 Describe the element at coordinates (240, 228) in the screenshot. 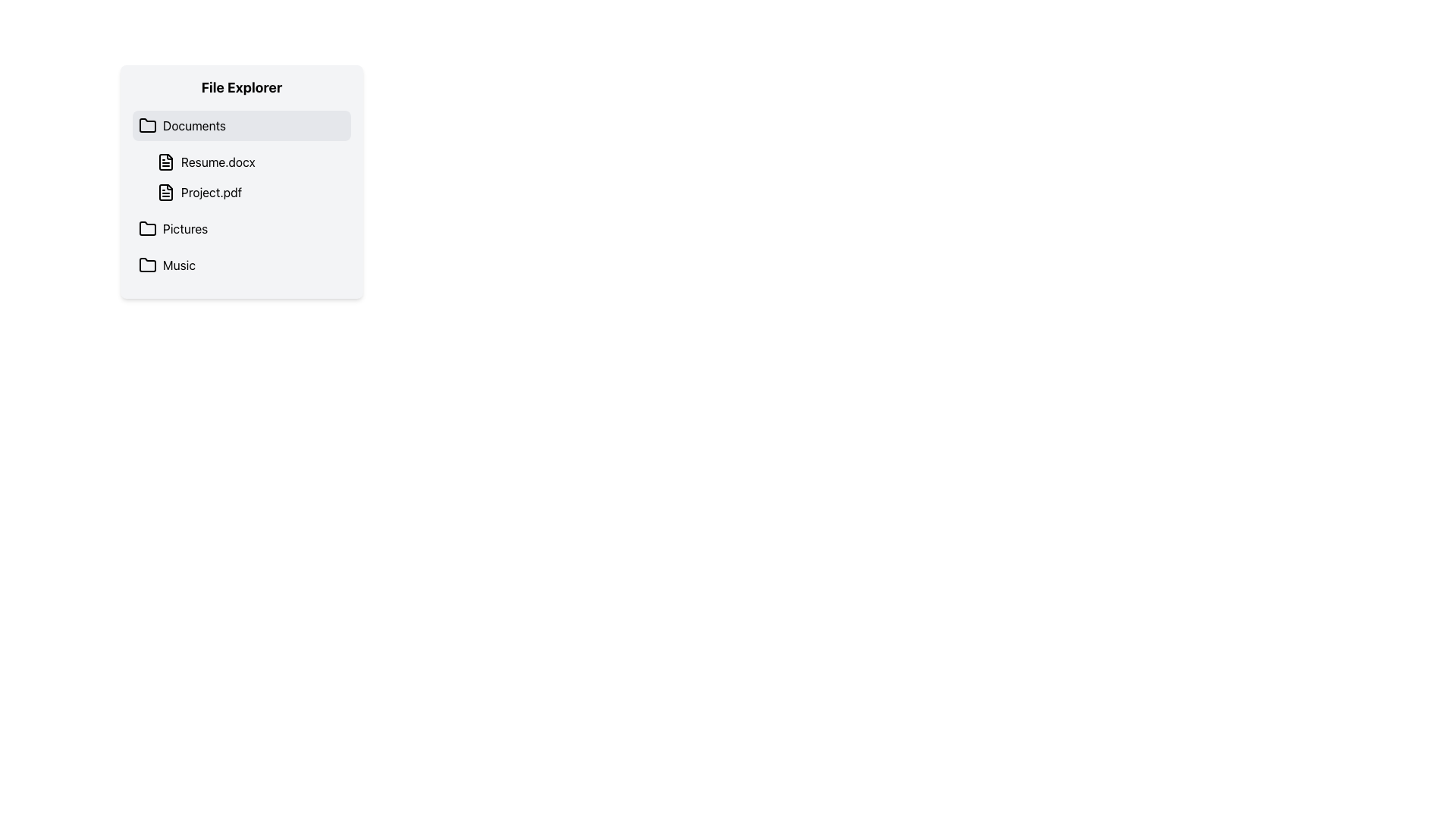

I see `the folder entry labeled 'Pictures'` at that location.